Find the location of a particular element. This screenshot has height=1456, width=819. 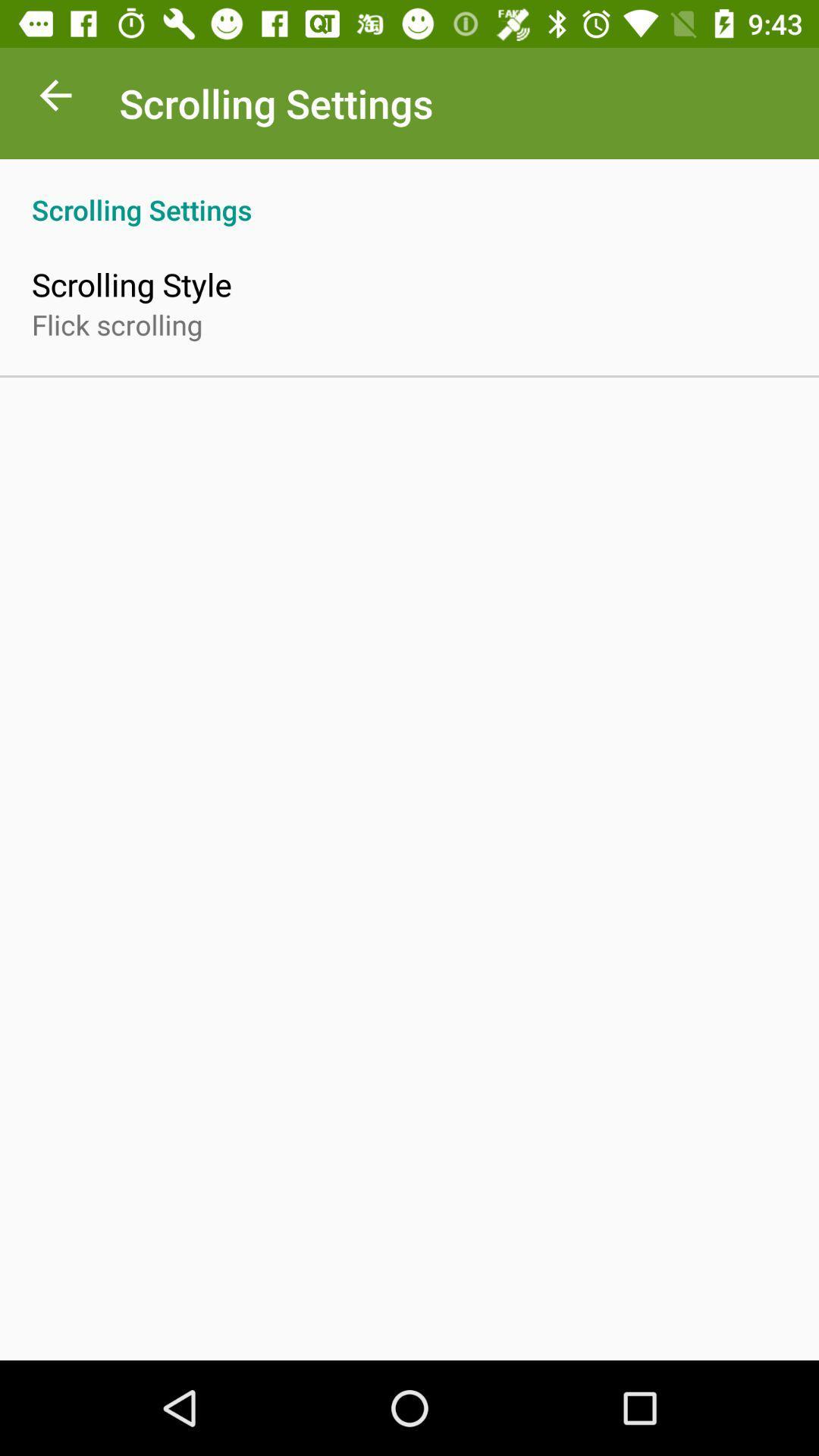

go back is located at coordinates (55, 99).